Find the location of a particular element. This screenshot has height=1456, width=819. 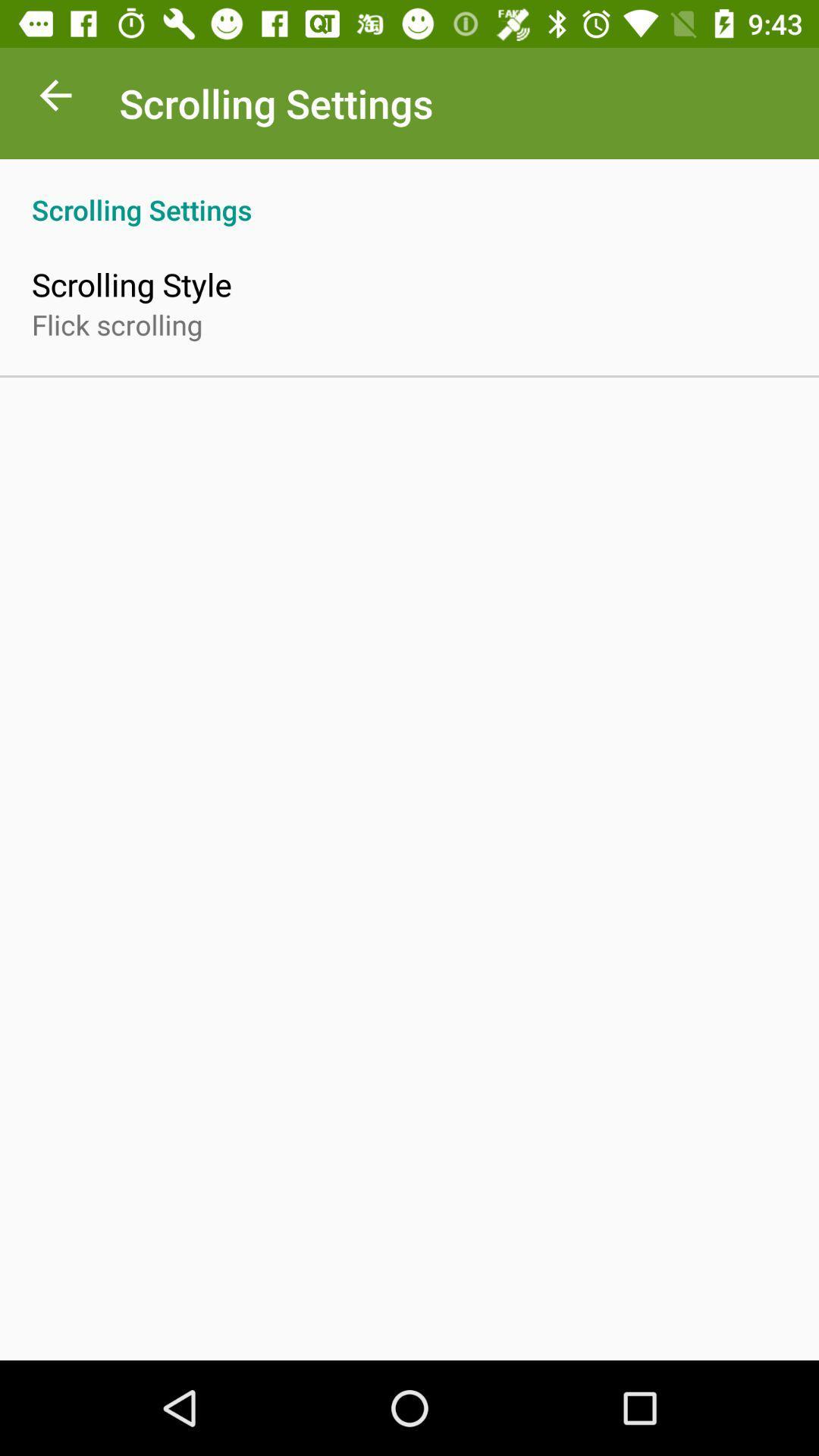

go back is located at coordinates (55, 99).